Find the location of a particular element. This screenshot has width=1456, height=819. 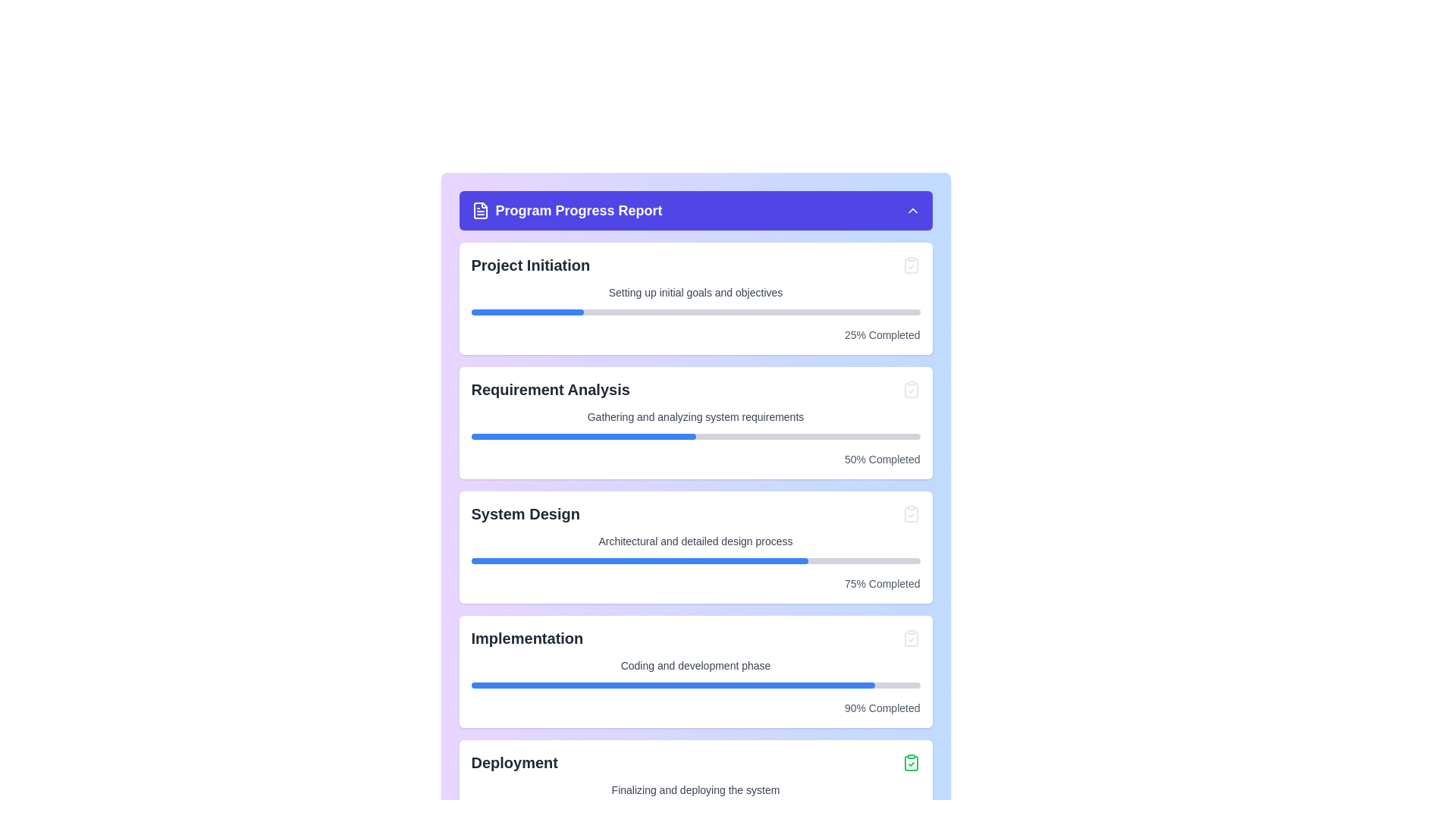

the icon at the far right of the 'Program Progress Report' header is located at coordinates (912, 210).